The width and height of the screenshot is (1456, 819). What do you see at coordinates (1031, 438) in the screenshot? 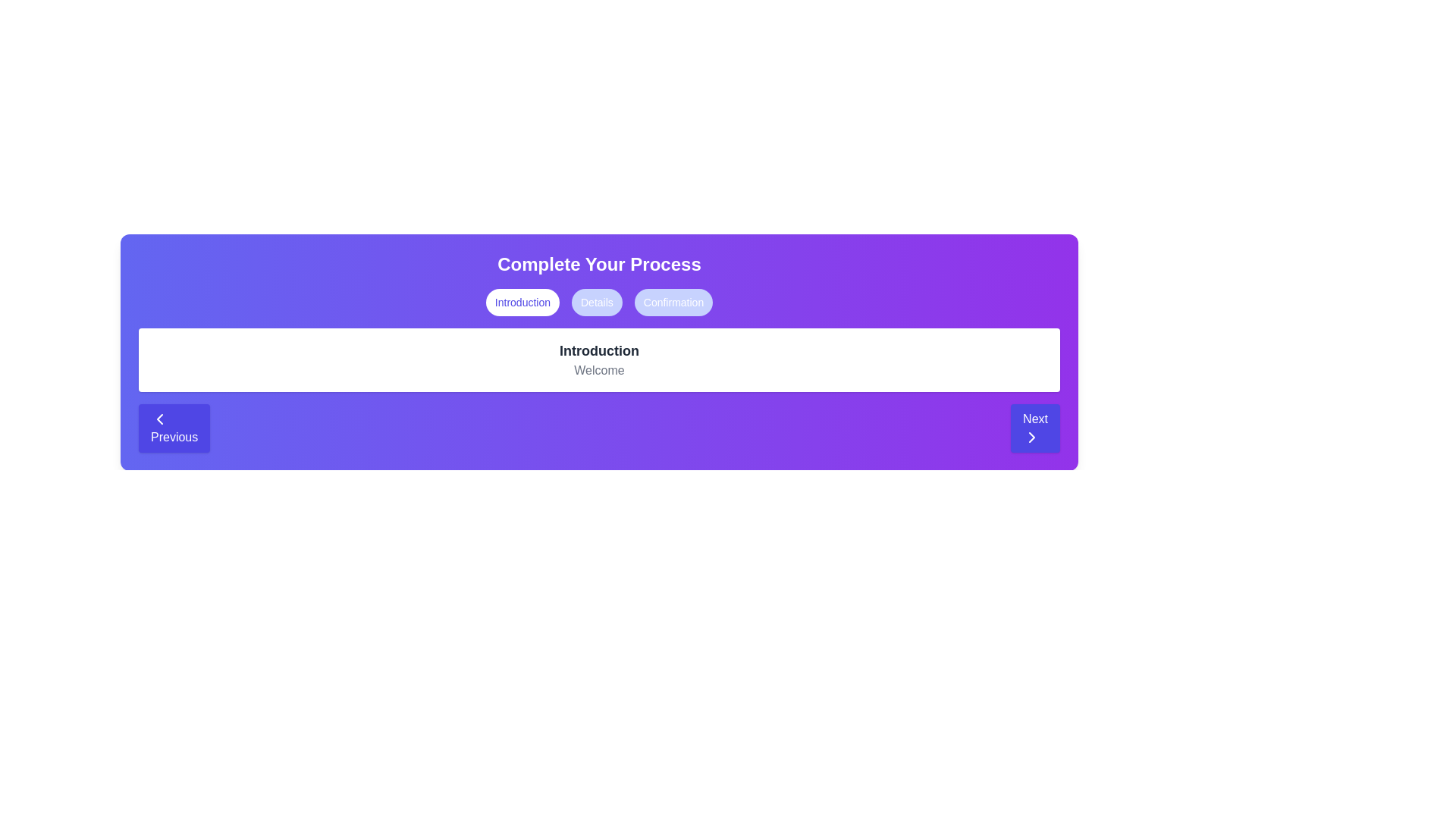
I see `the chevron icon within the 'Next' button located in the bottom-right corner of the interface` at bounding box center [1031, 438].